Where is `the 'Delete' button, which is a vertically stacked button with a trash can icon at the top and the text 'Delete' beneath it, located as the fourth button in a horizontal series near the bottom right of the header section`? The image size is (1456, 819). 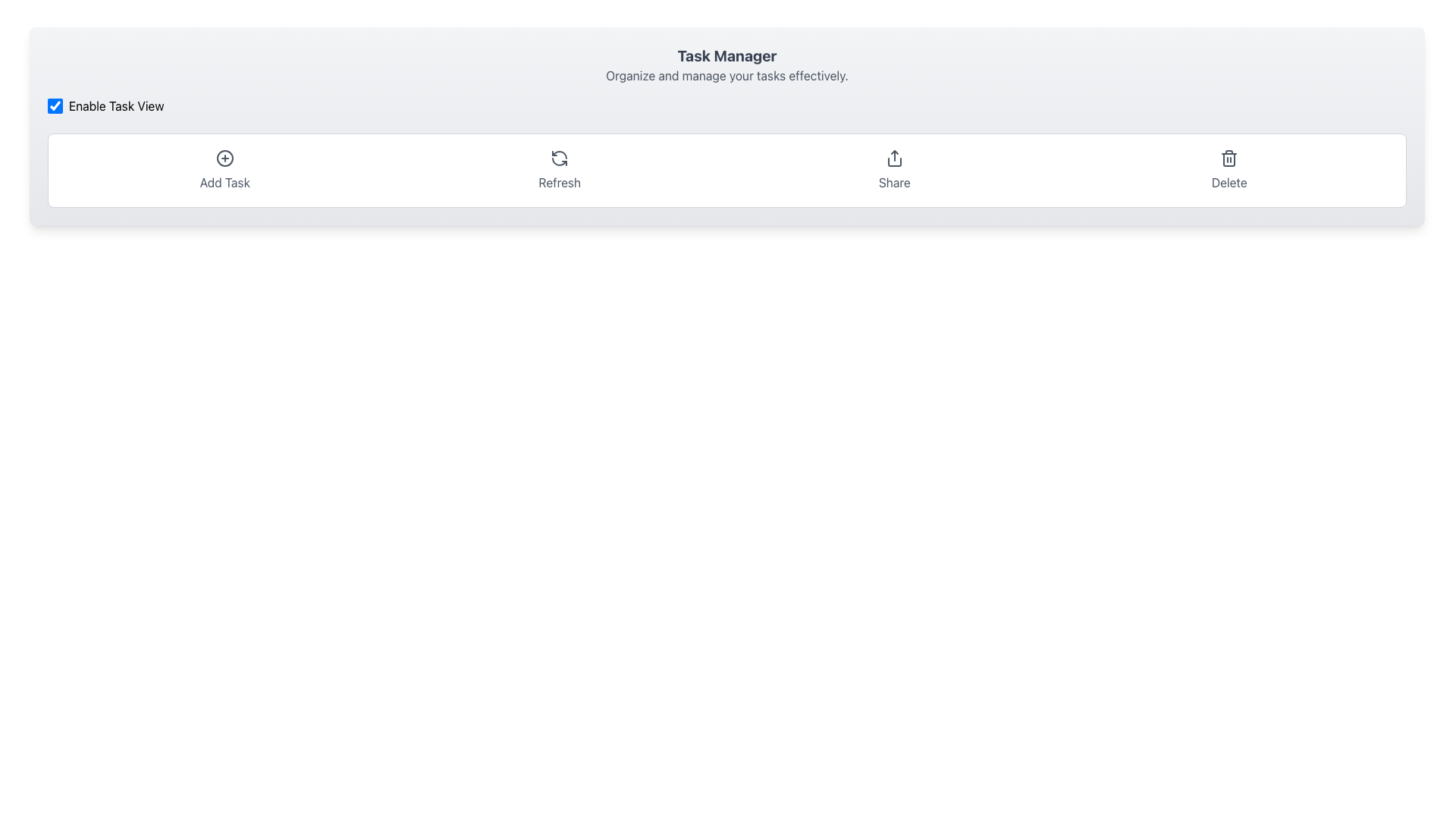 the 'Delete' button, which is a vertically stacked button with a trash can icon at the top and the text 'Delete' beneath it, located as the fourth button in a horizontal series near the bottom right of the header section is located at coordinates (1229, 170).